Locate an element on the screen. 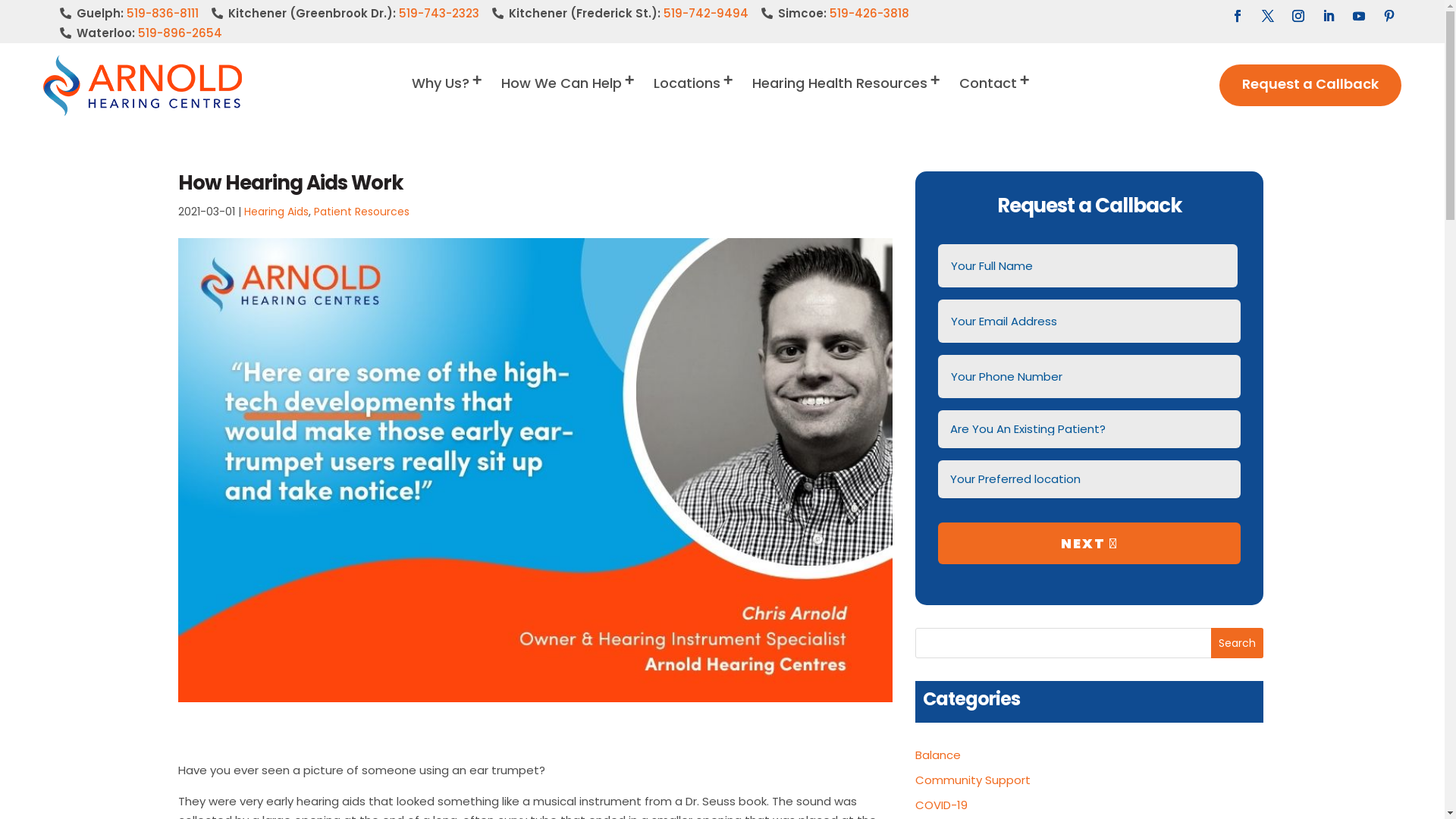 The height and width of the screenshot is (819, 1456). 'Hearing Health Resources' is located at coordinates (846, 96).